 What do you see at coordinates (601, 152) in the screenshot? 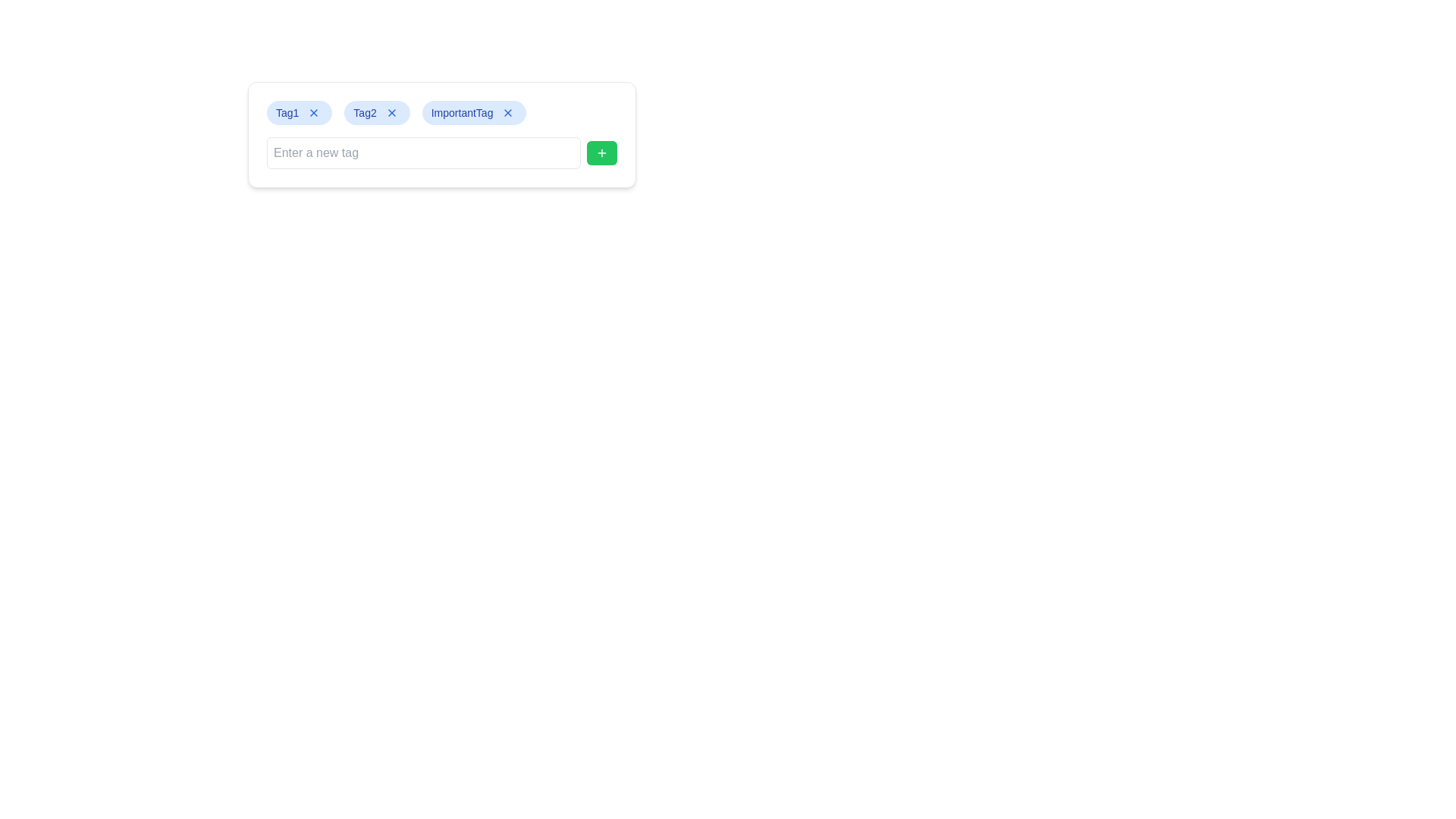
I see `the 'Add' button located to the right of the 'Enter a new tag.' input field` at bounding box center [601, 152].